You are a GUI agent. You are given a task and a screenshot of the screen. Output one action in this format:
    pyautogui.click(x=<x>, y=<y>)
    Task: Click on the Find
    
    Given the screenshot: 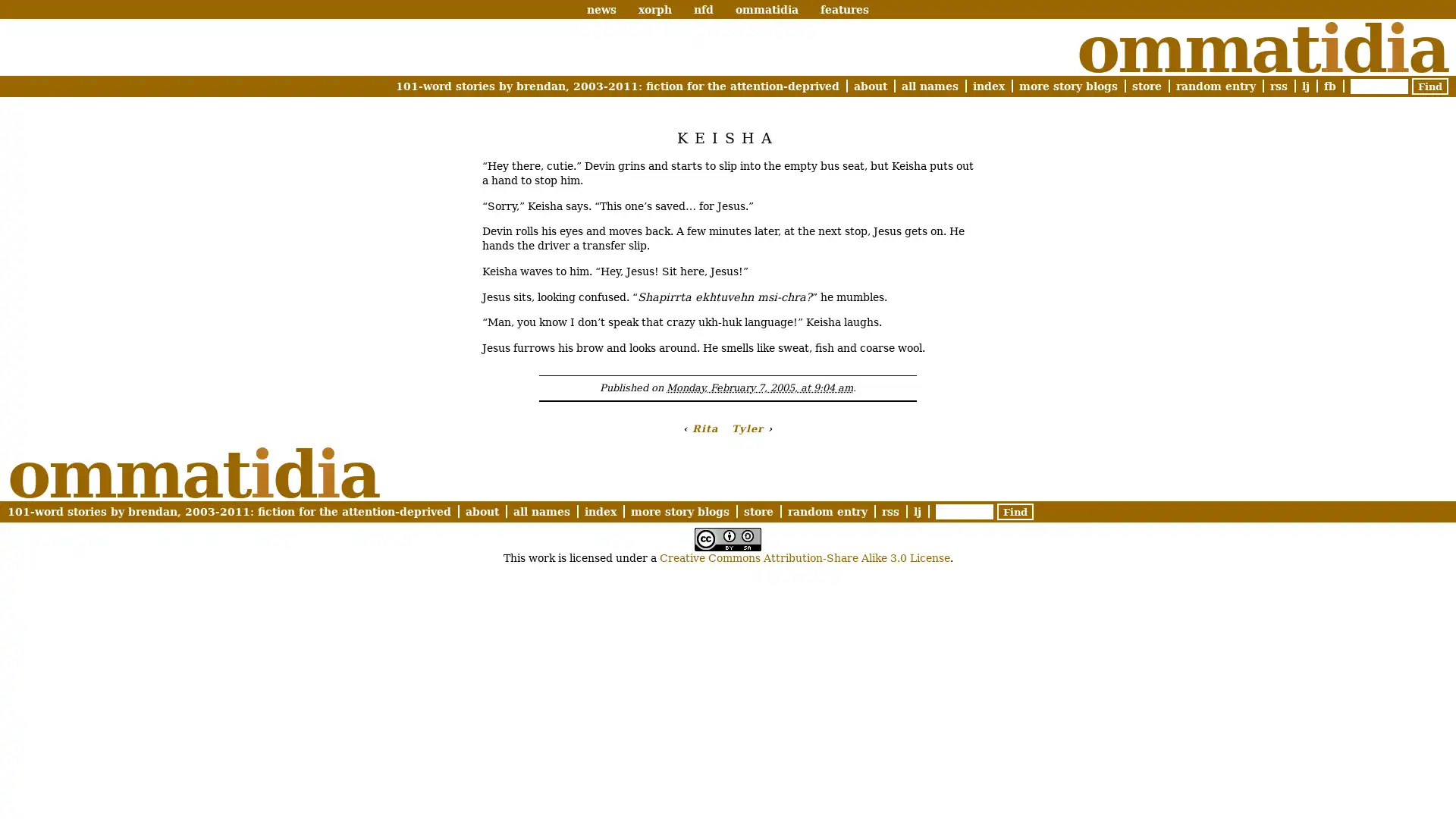 What is the action you would take?
    pyautogui.click(x=1429, y=86)
    